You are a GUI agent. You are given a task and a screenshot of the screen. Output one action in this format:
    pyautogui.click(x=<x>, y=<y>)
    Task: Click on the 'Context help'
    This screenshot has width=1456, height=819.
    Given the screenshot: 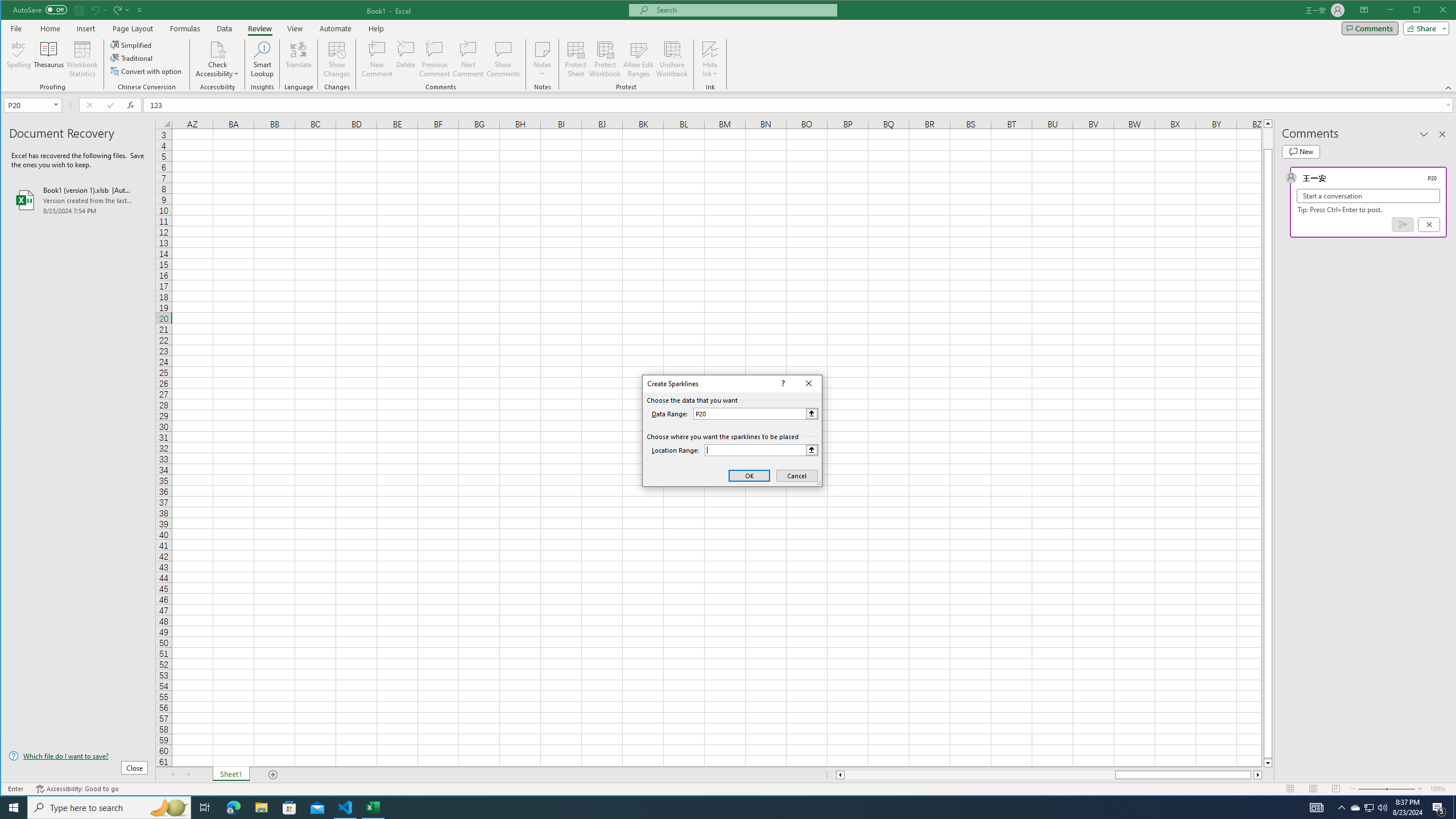 What is the action you would take?
    pyautogui.click(x=781, y=383)
    